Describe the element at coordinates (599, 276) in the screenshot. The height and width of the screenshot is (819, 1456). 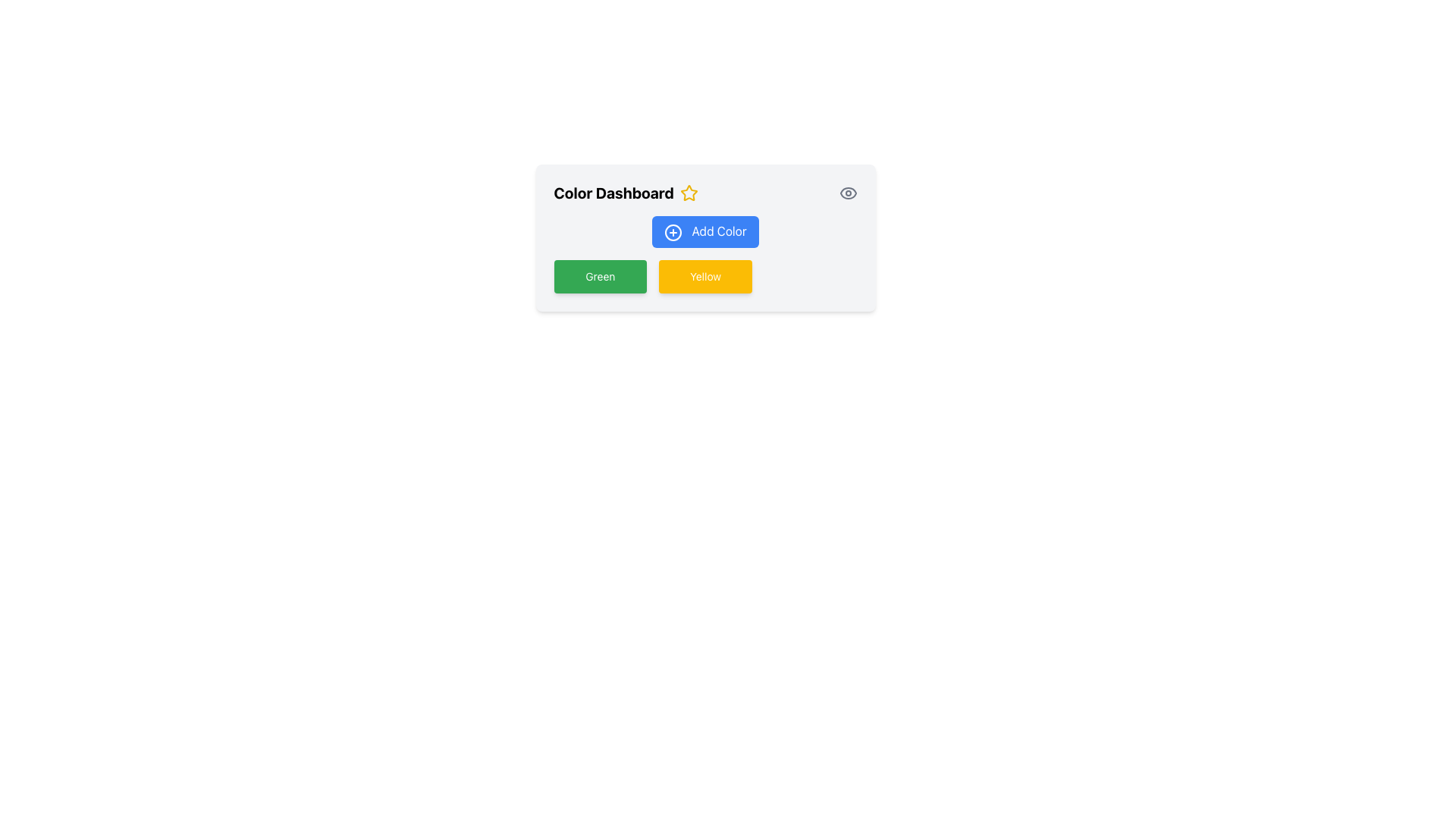
I see `the green color selection button located in the bottom-left section of the 'Color Dashboard', which is positioned directly to the left of the yellow button` at that location.